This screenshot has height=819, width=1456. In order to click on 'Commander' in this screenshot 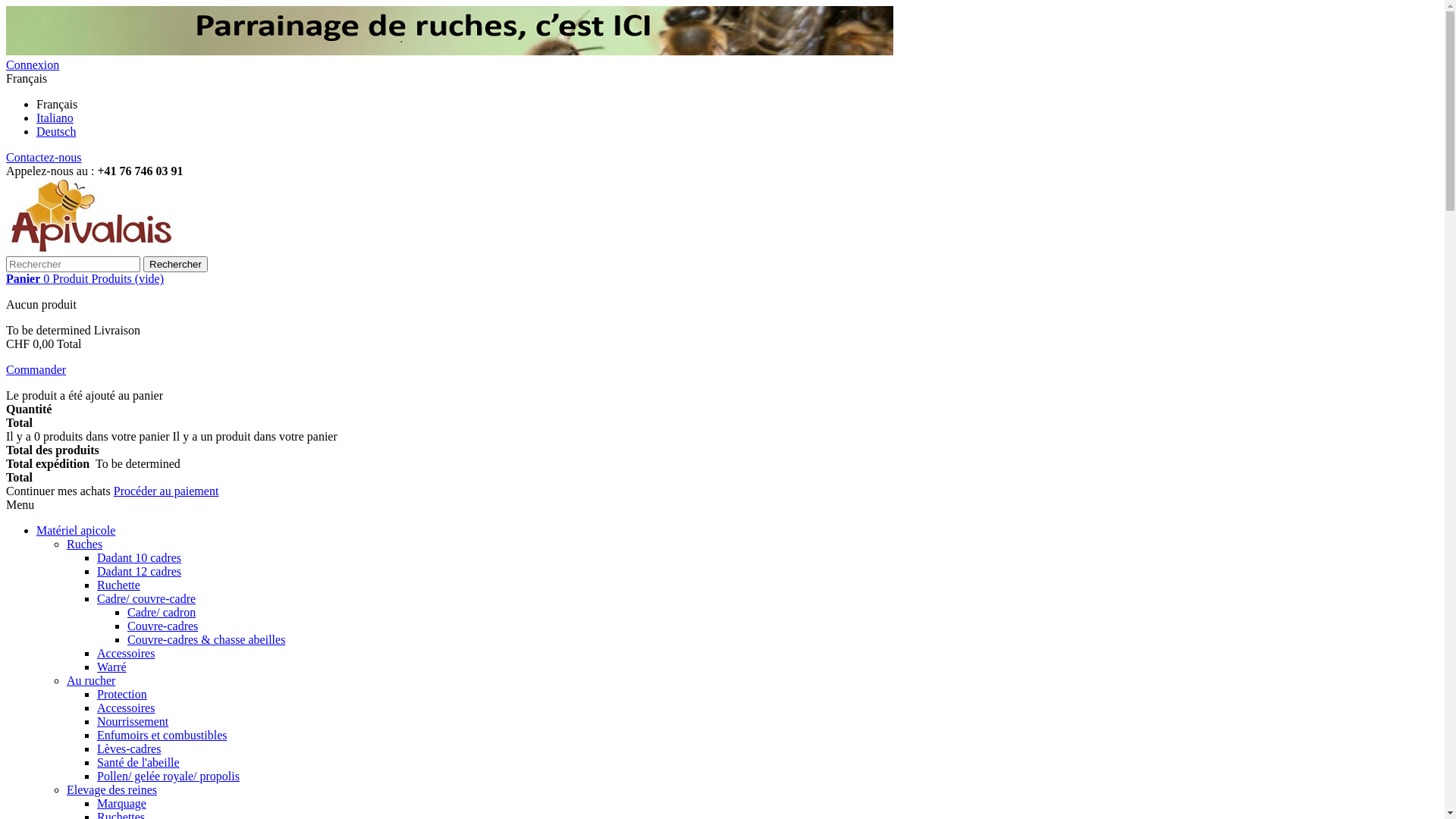, I will do `click(6, 369)`.